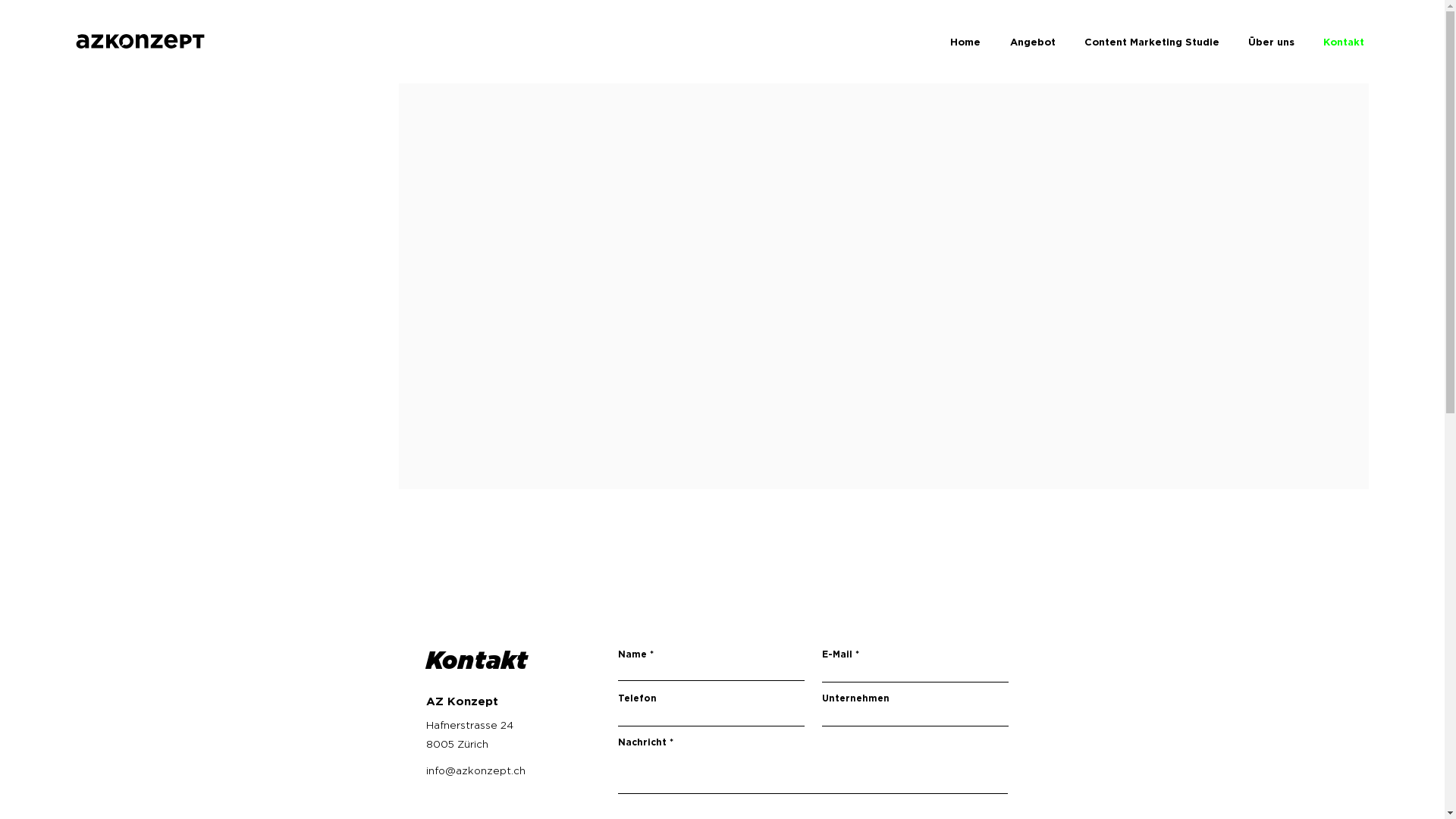 This screenshot has width=1456, height=819. What do you see at coordinates (1343, 40) in the screenshot?
I see `'Kontakt'` at bounding box center [1343, 40].